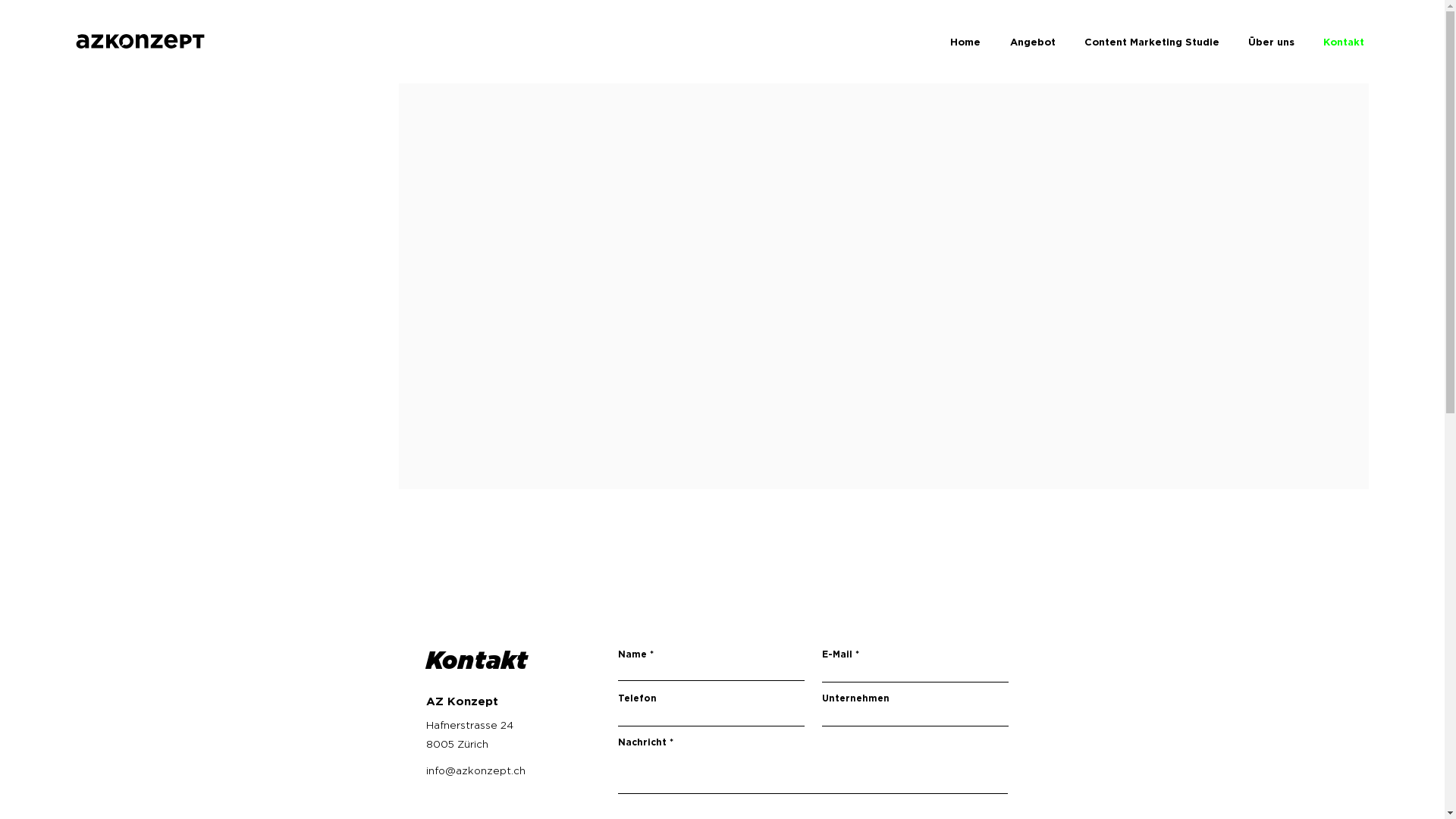 This screenshot has width=1456, height=819. What do you see at coordinates (1343, 40) in the screenshot?
I see `'Kontakt'` at bounding box center [1343, 40].